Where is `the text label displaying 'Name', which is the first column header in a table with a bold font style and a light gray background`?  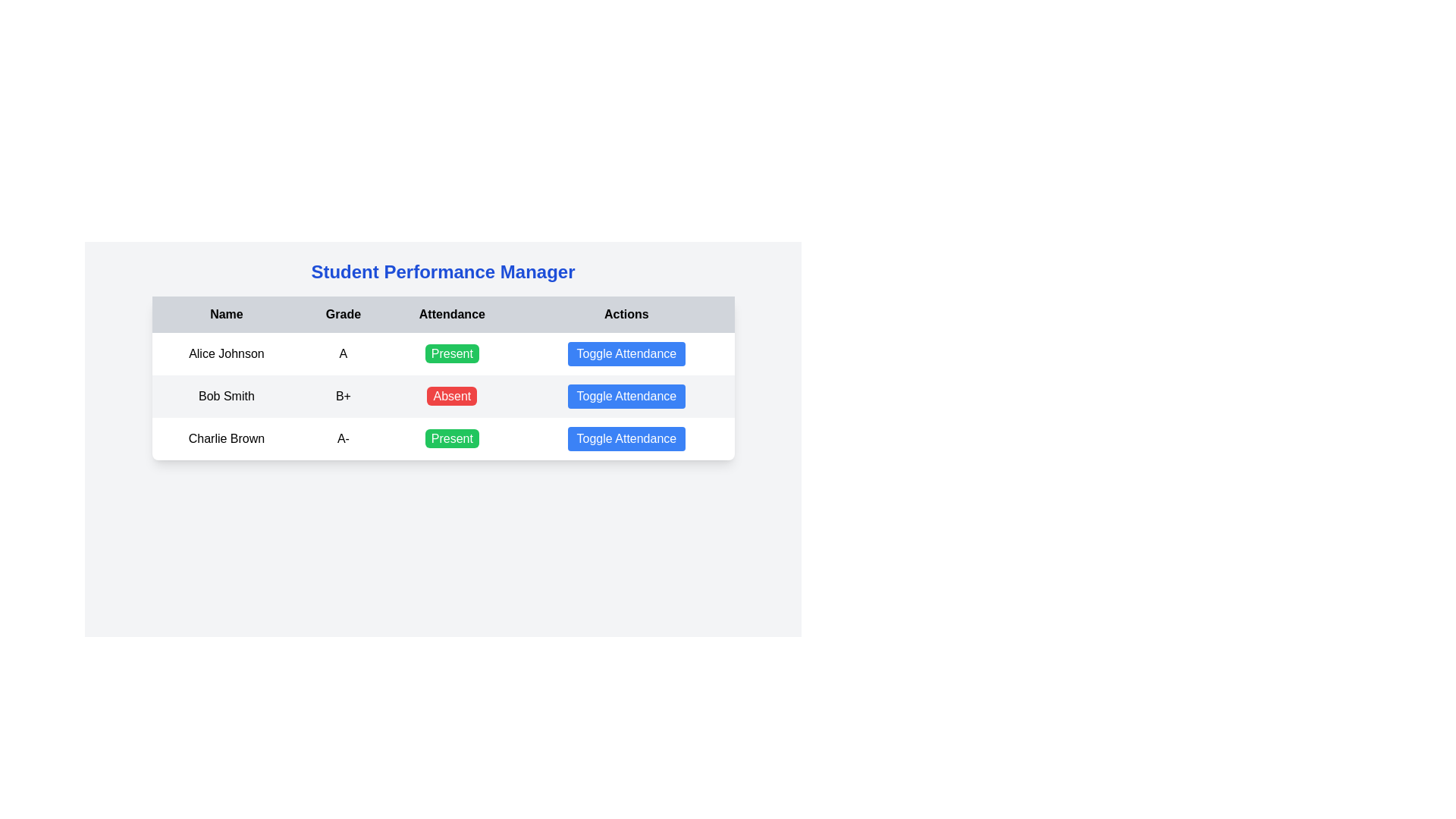
the text label displaying 'Name', which is the first column header in a table with a bold font style and a light gray background is located at coordinates (225, 314).